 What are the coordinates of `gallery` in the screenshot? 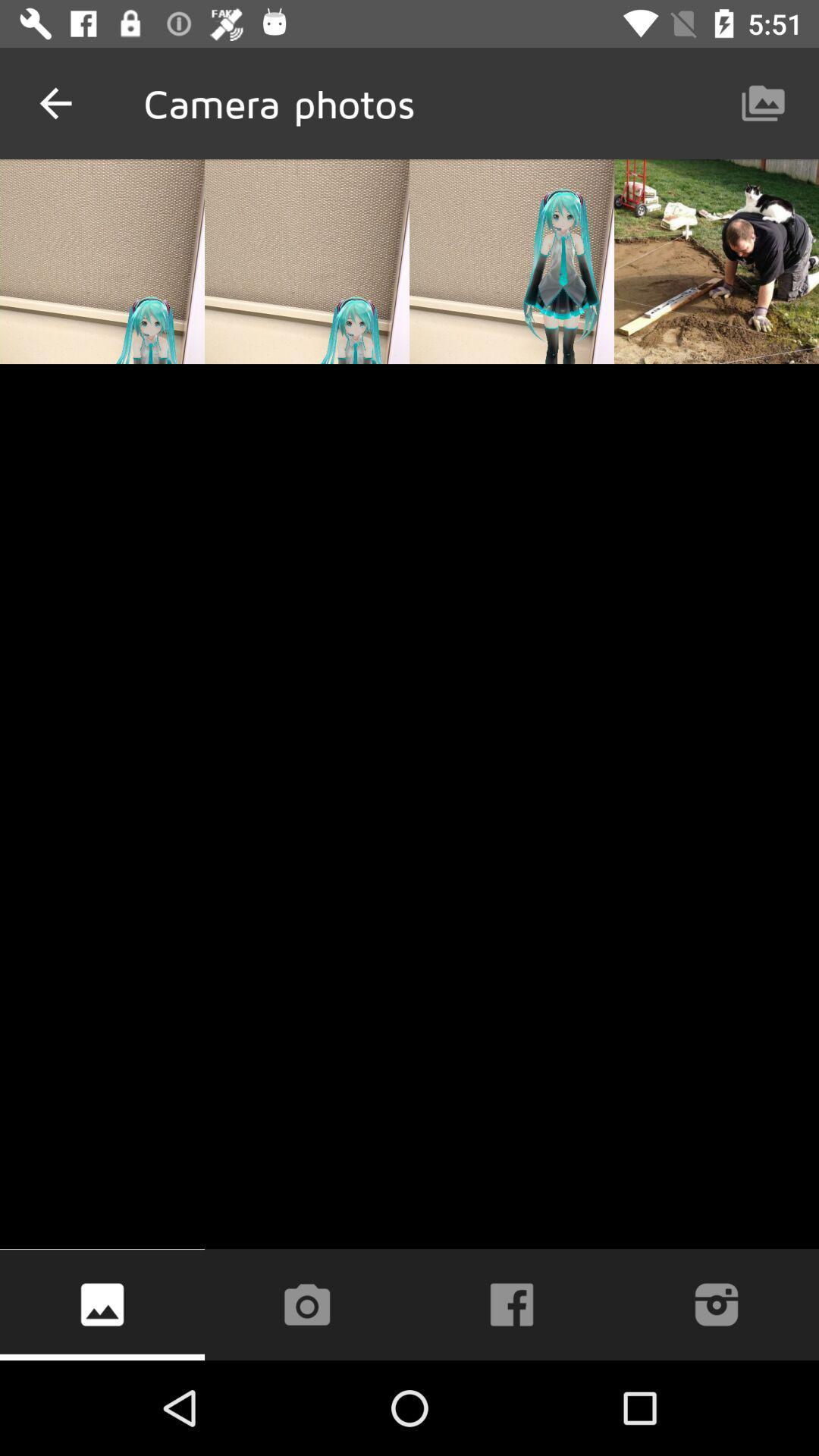 It's located at (102, 1304).